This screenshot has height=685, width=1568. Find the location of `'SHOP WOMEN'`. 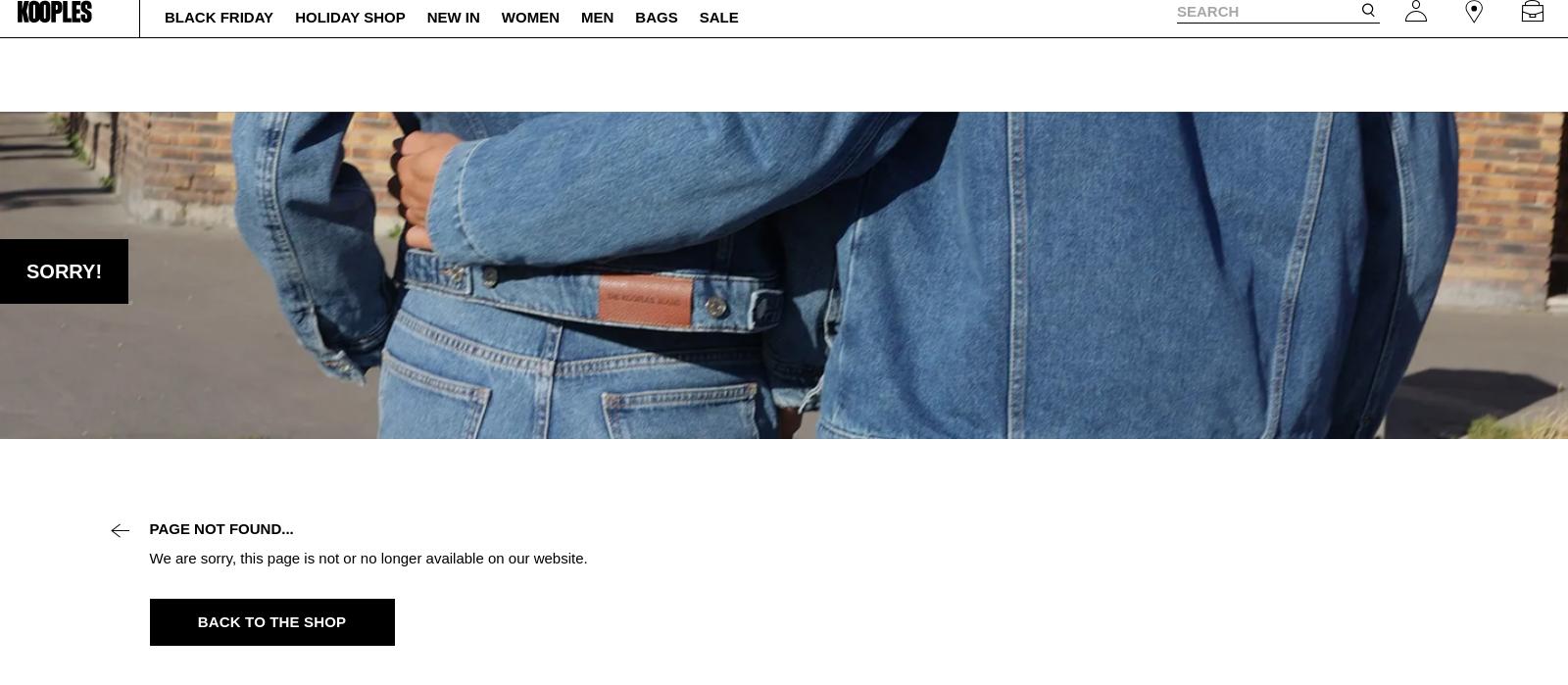

'SHOP WOMEN' is located at coordinates (877, 18).